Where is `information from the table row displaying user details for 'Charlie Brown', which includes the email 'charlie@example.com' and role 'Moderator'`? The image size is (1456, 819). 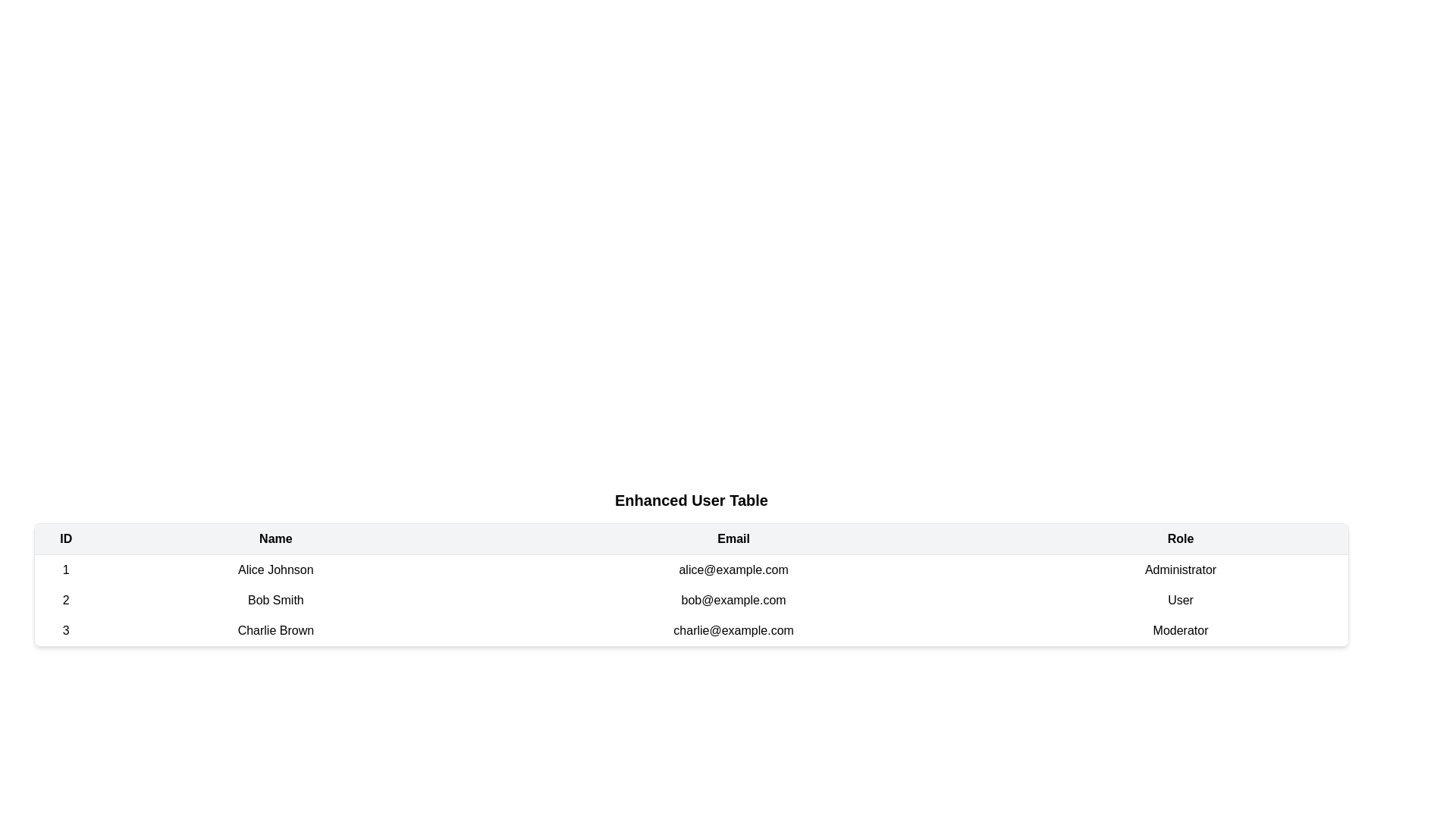
information from the table row displaying user details for 'Charlie Brown', which includes the email 'charlie@example.com' and role 'Moderator' is located at coordinates (691, 631).